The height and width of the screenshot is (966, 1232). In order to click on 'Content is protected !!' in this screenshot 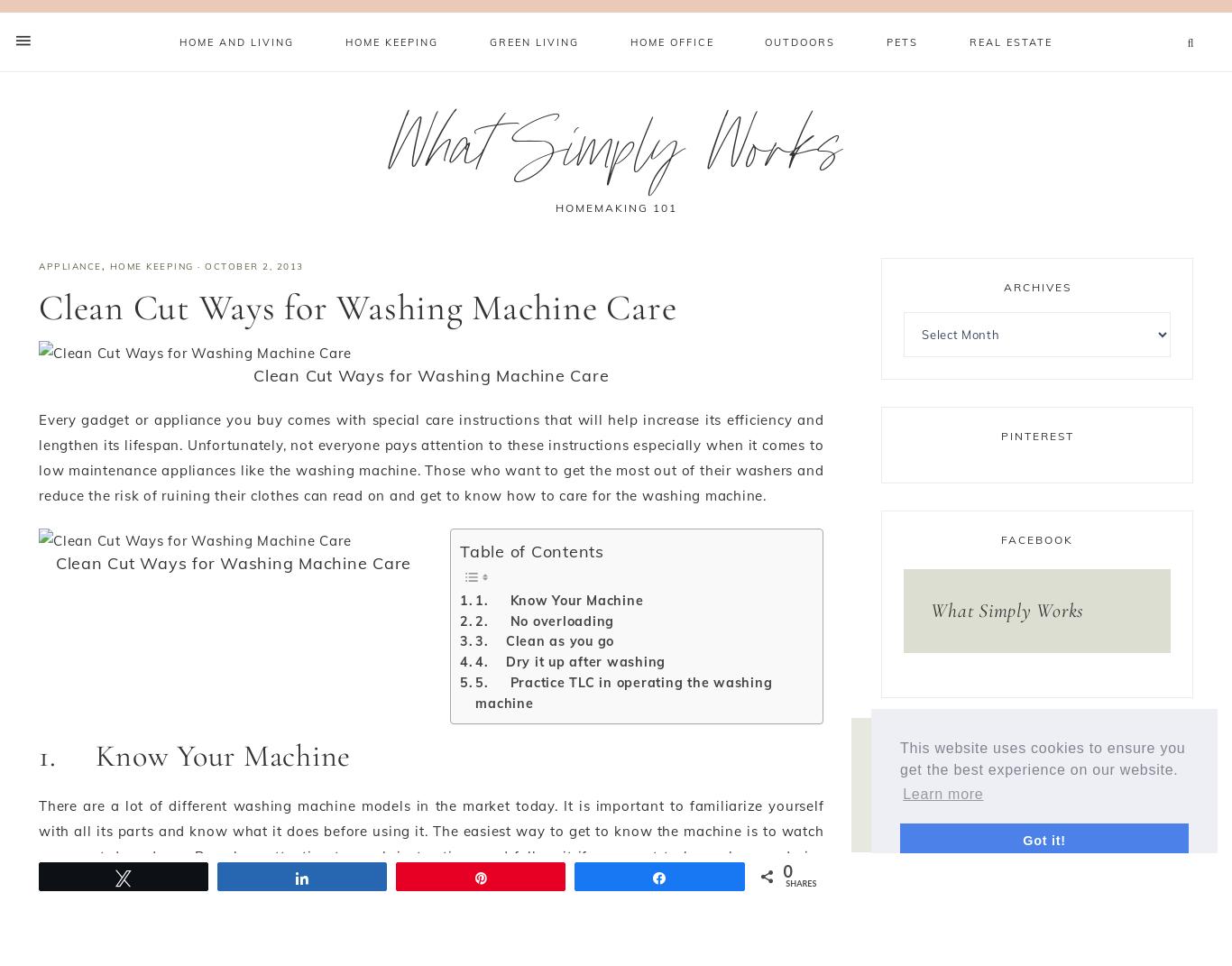, I will do `click(636, 464)`.